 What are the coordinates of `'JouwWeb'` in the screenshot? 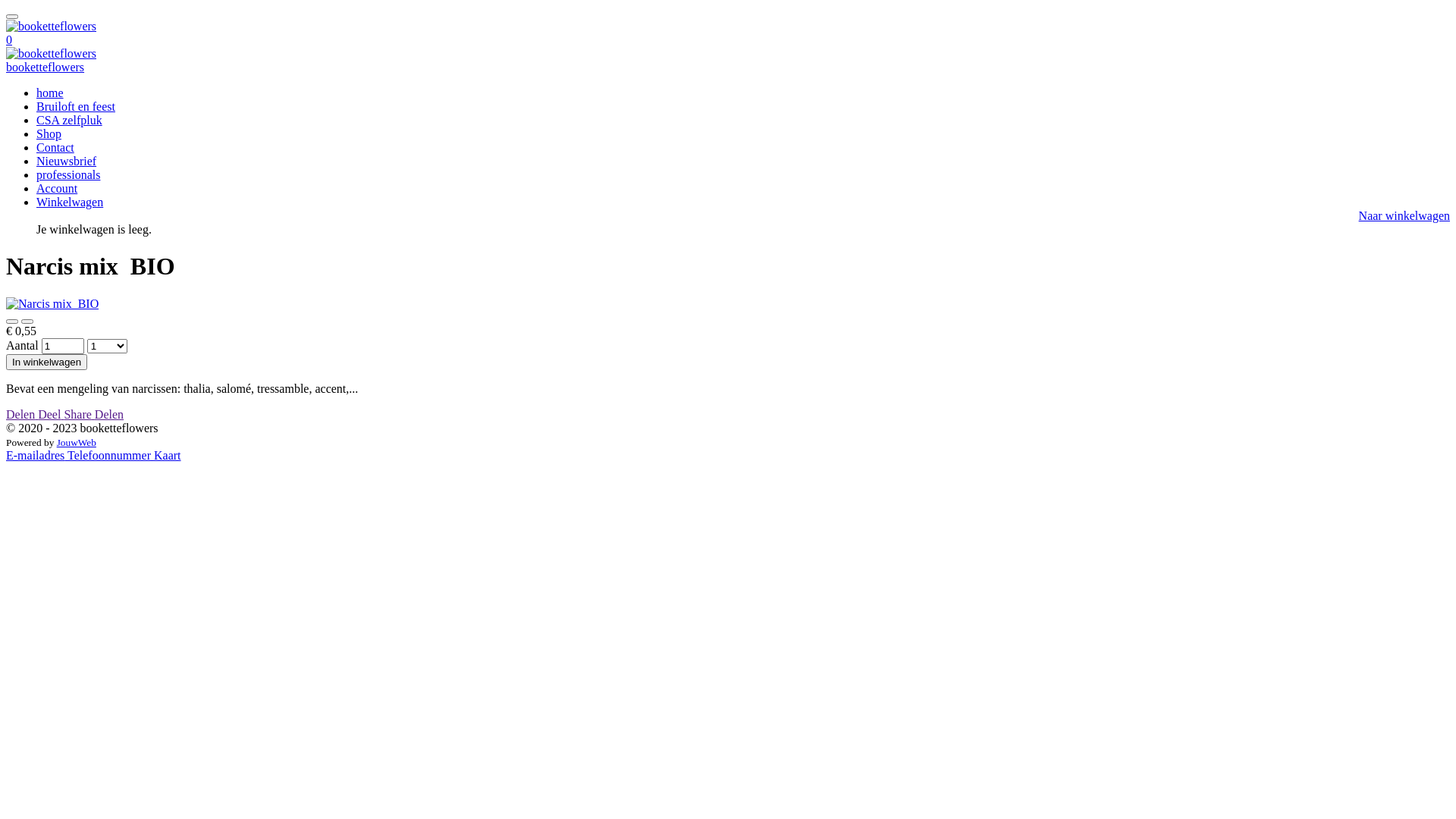 It's located at (75, 442).